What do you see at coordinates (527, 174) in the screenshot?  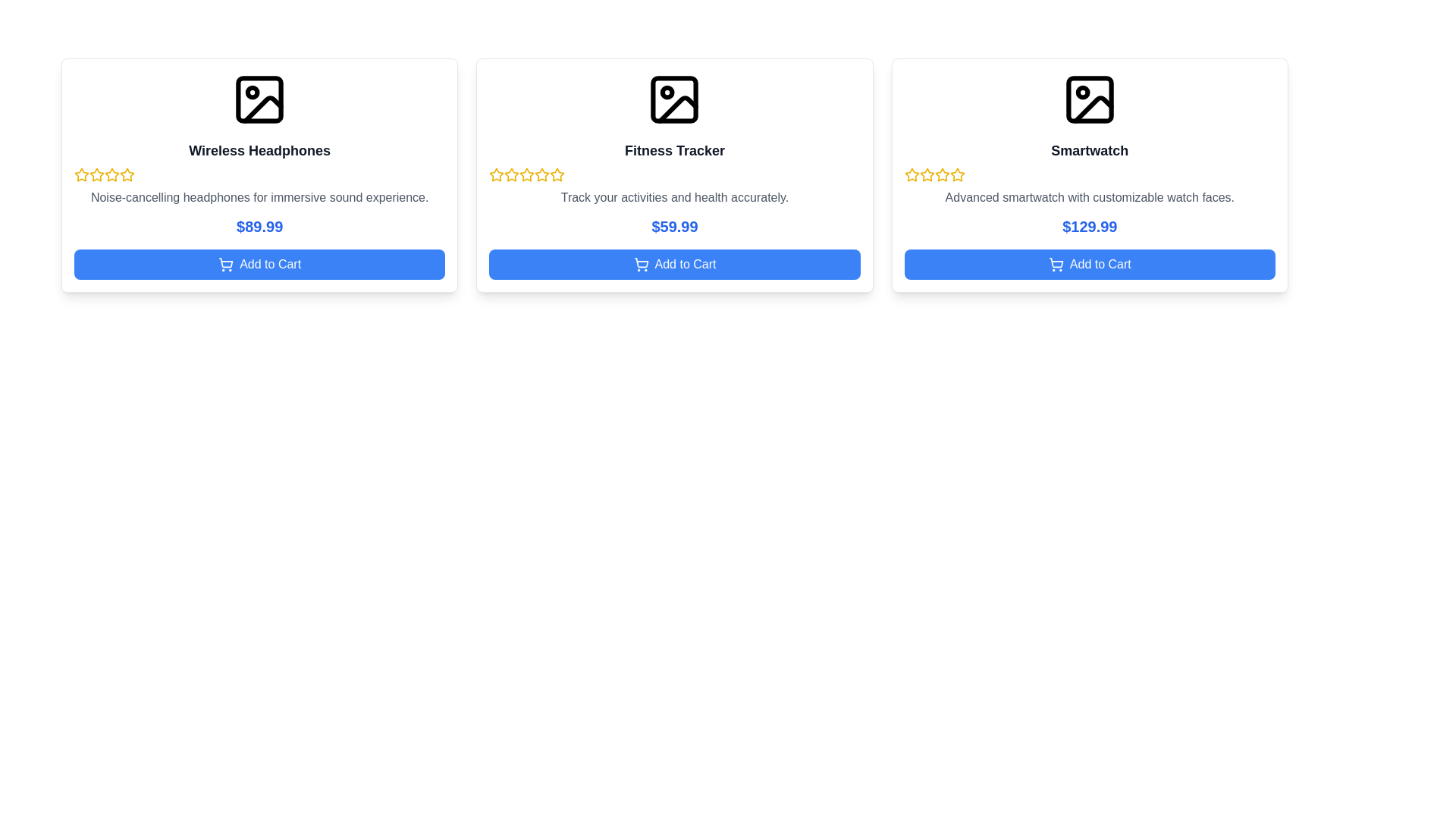 I see `the second yellow-bordered star in the five-star rating row below the 'Fitness Tracker' product information panel` at bounding box center [527, 174].